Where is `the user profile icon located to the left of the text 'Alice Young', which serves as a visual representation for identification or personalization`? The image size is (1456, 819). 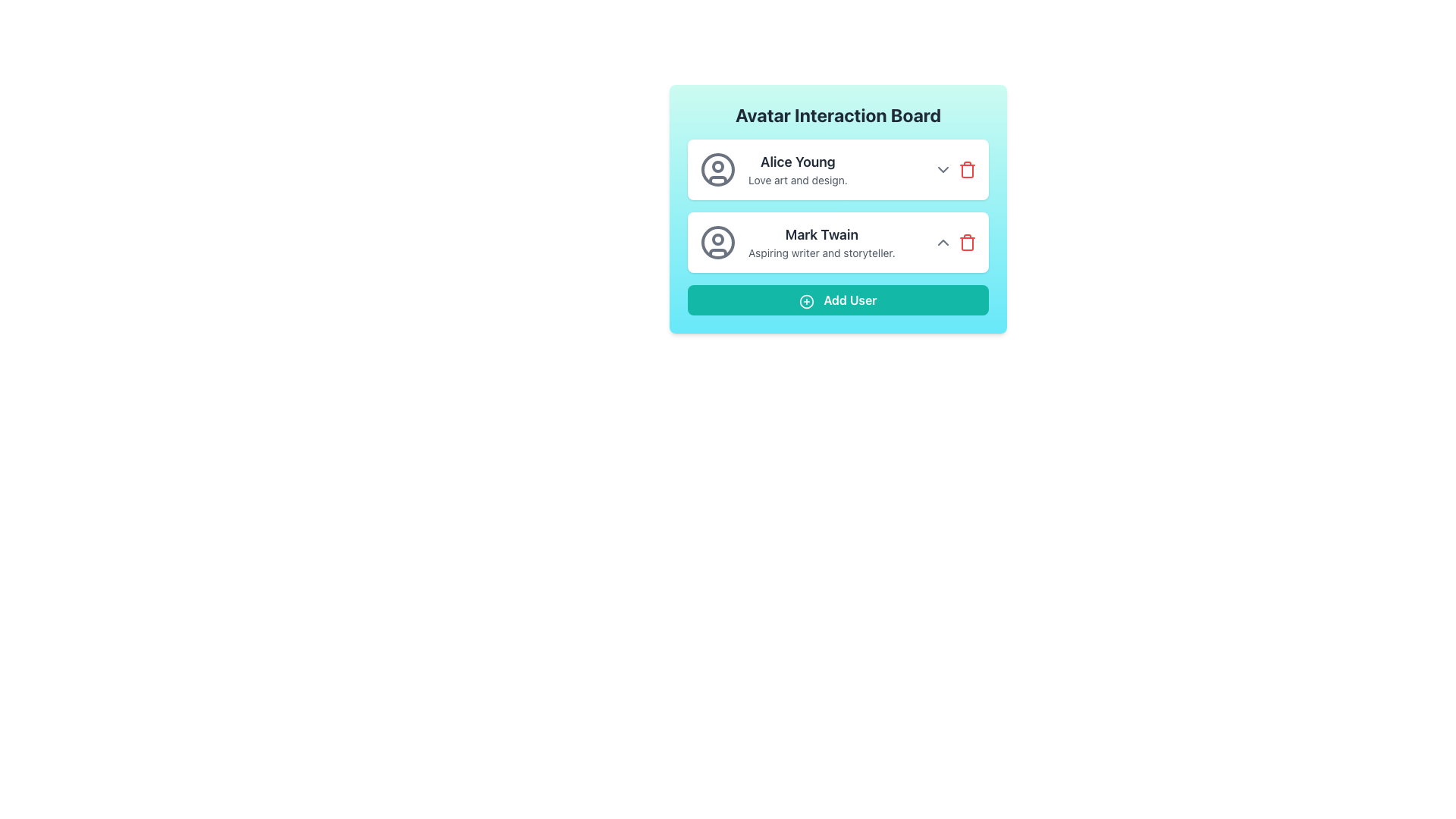 the user profile icon located to the left of the text 'Alice Young', which serves as a visual representation for identification or personalization is located at coordinates (717, 169).